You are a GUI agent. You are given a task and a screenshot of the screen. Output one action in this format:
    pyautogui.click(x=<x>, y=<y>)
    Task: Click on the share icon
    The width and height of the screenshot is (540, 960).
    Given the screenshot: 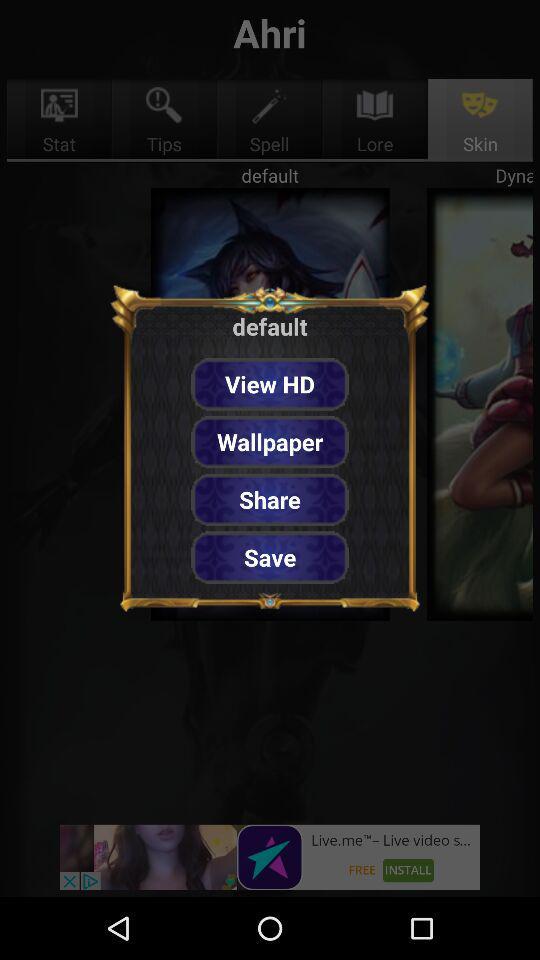 What is the action you would take?
    pyautogui.click(x=270, y=498)
    